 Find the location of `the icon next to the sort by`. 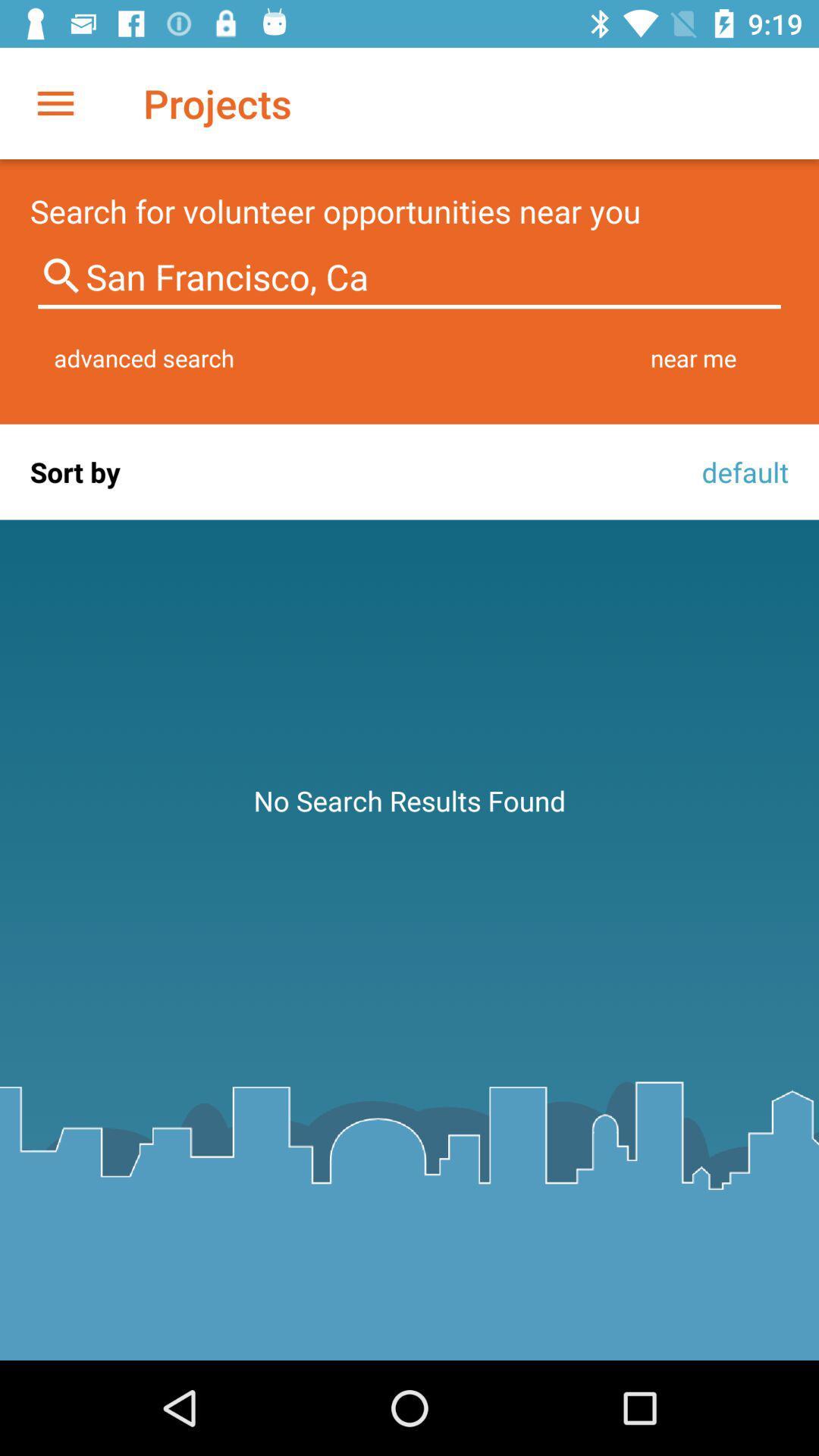

the icon next to the sort by is located at coordinates (740, 471).